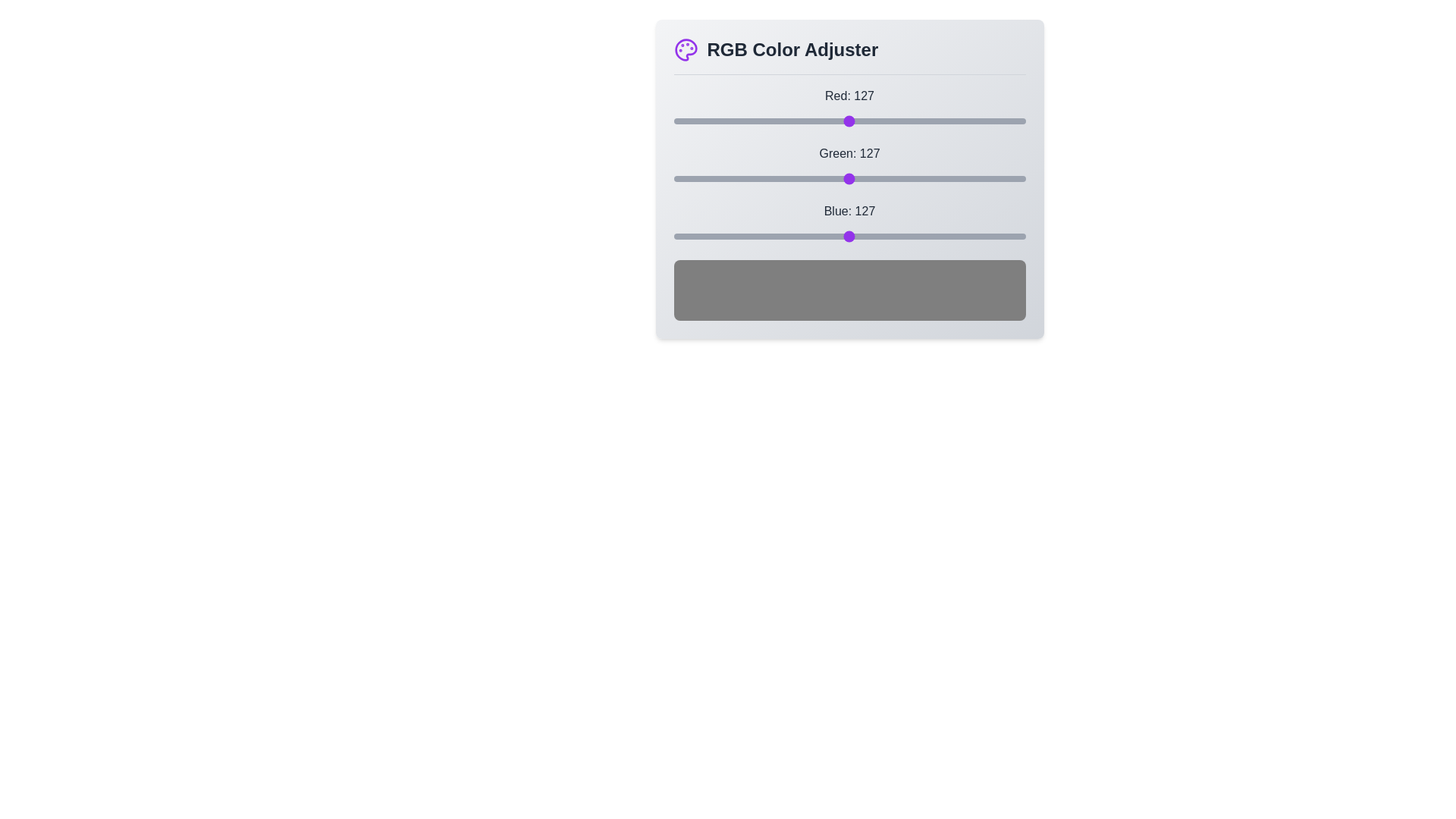 This screenshot has width=1456, height=819. What do you see at coordinates (834, 237) in the screenshot?
I see `the blue slider to 117 by dragging the slider` at bounding box center [834, 237].